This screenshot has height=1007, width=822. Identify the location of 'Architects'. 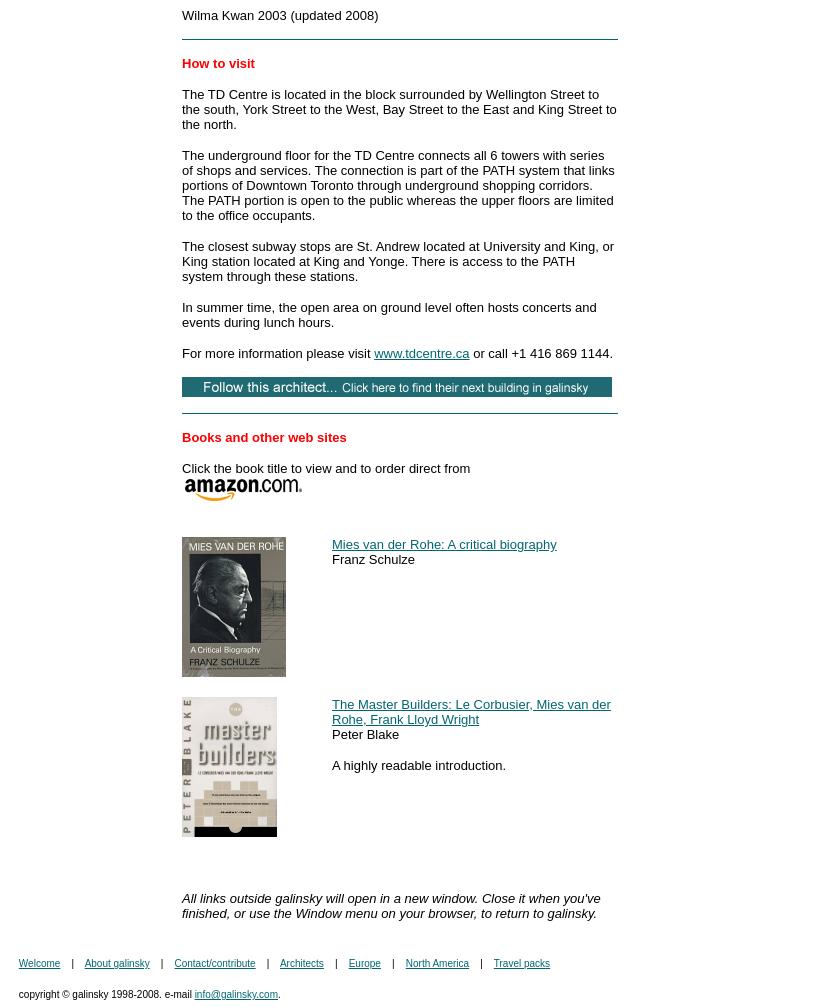
(301, 962).